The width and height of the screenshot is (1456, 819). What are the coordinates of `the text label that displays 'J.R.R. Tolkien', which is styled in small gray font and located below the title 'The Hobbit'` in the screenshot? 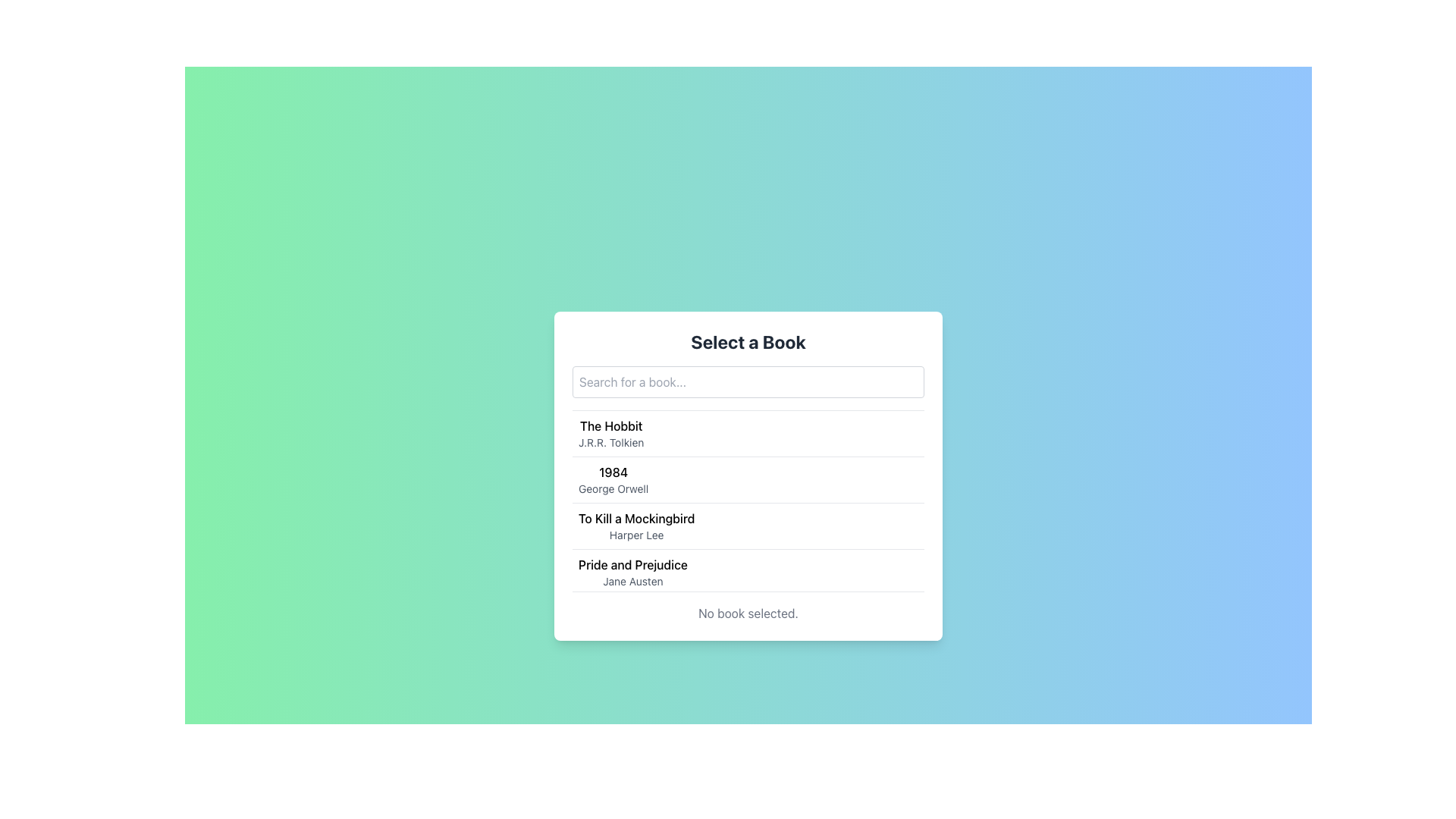 It's located at (611, 442).